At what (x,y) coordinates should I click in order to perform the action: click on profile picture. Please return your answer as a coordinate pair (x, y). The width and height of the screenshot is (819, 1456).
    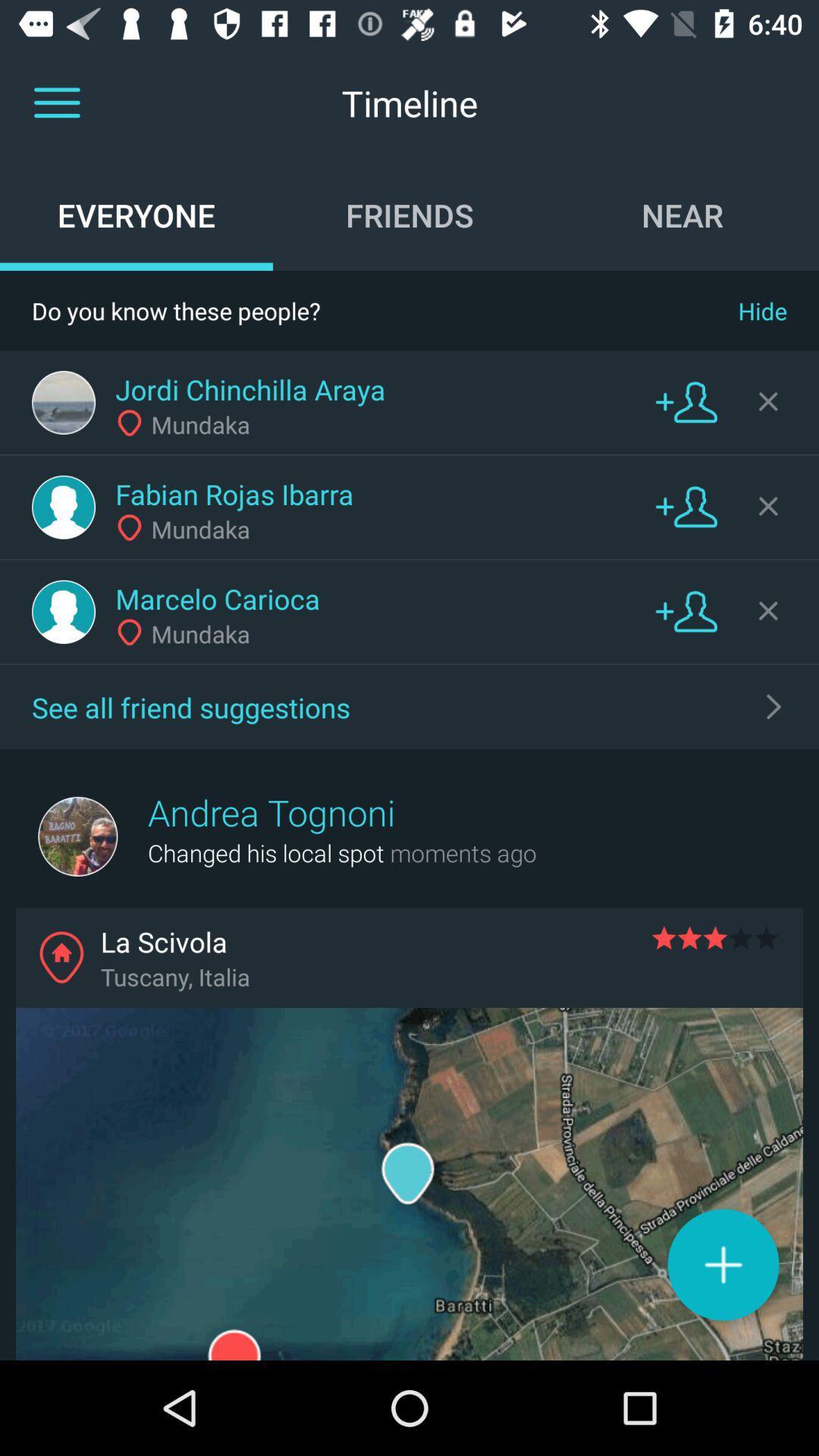
    Looking at the image, I should click on (63, 611).